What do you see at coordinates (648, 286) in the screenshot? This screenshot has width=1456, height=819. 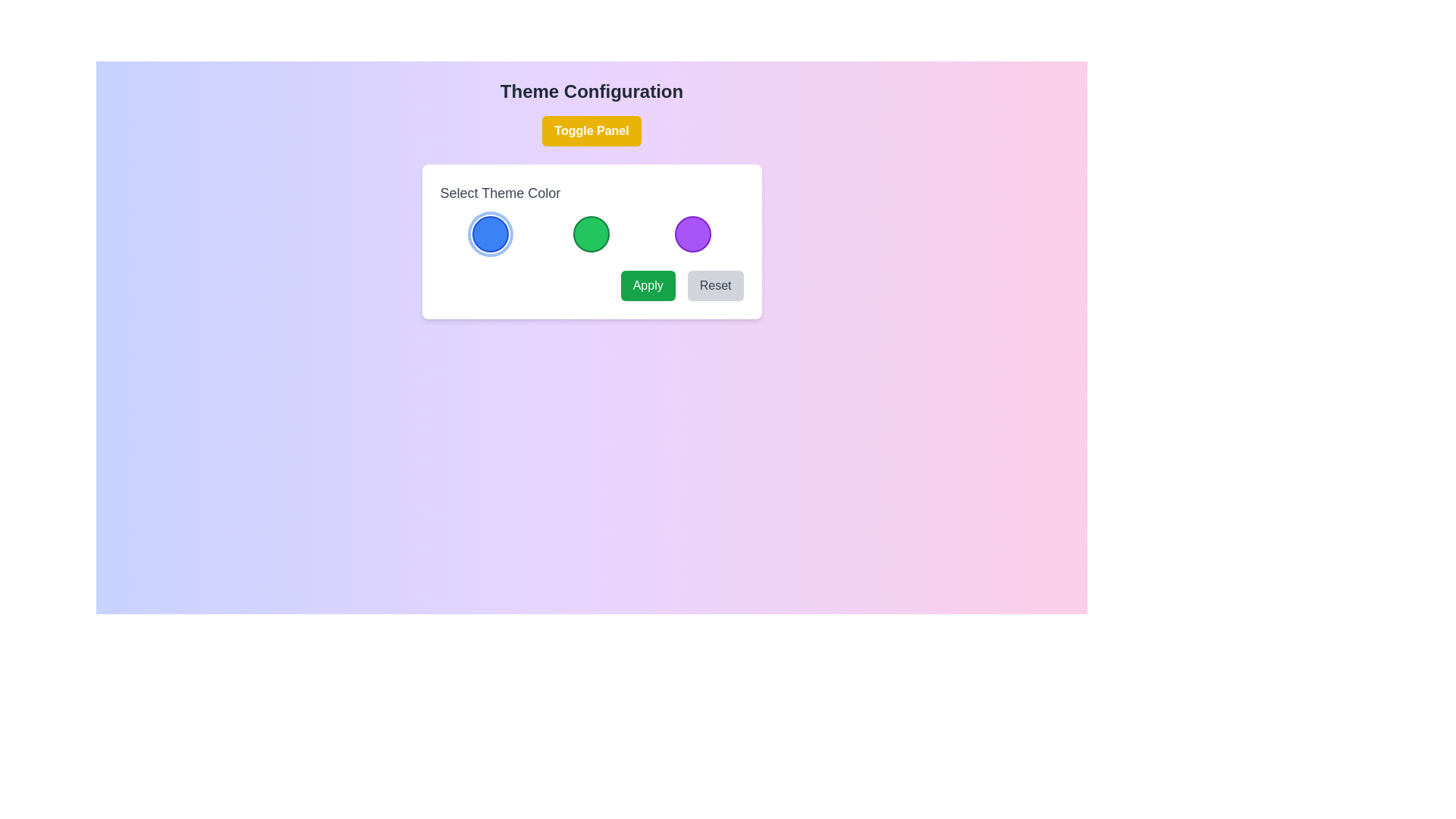 I see `the 'Apply' button` at bounding box center [648, 286].